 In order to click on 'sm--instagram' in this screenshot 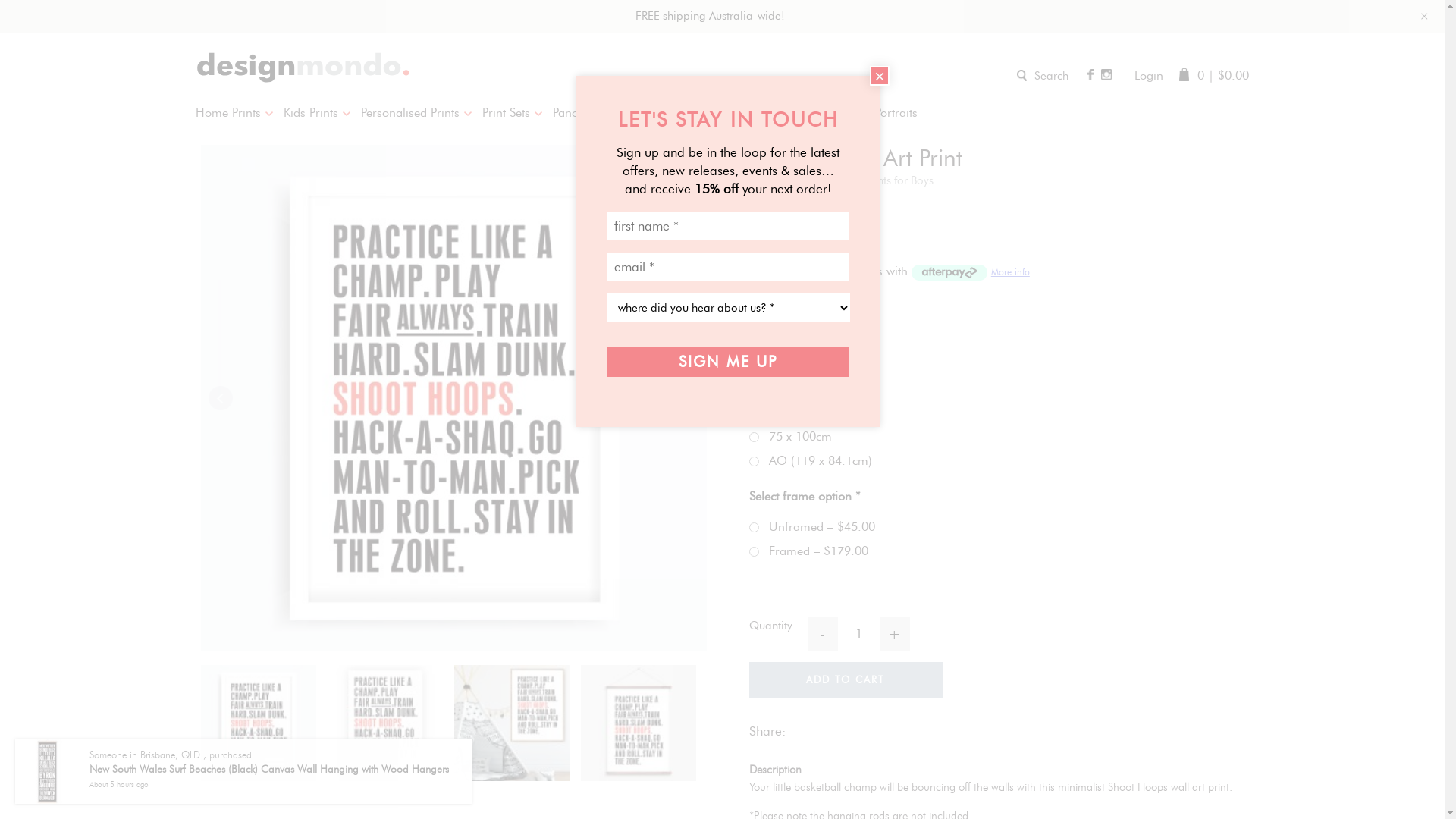, I will do `click(1106, 74)`.